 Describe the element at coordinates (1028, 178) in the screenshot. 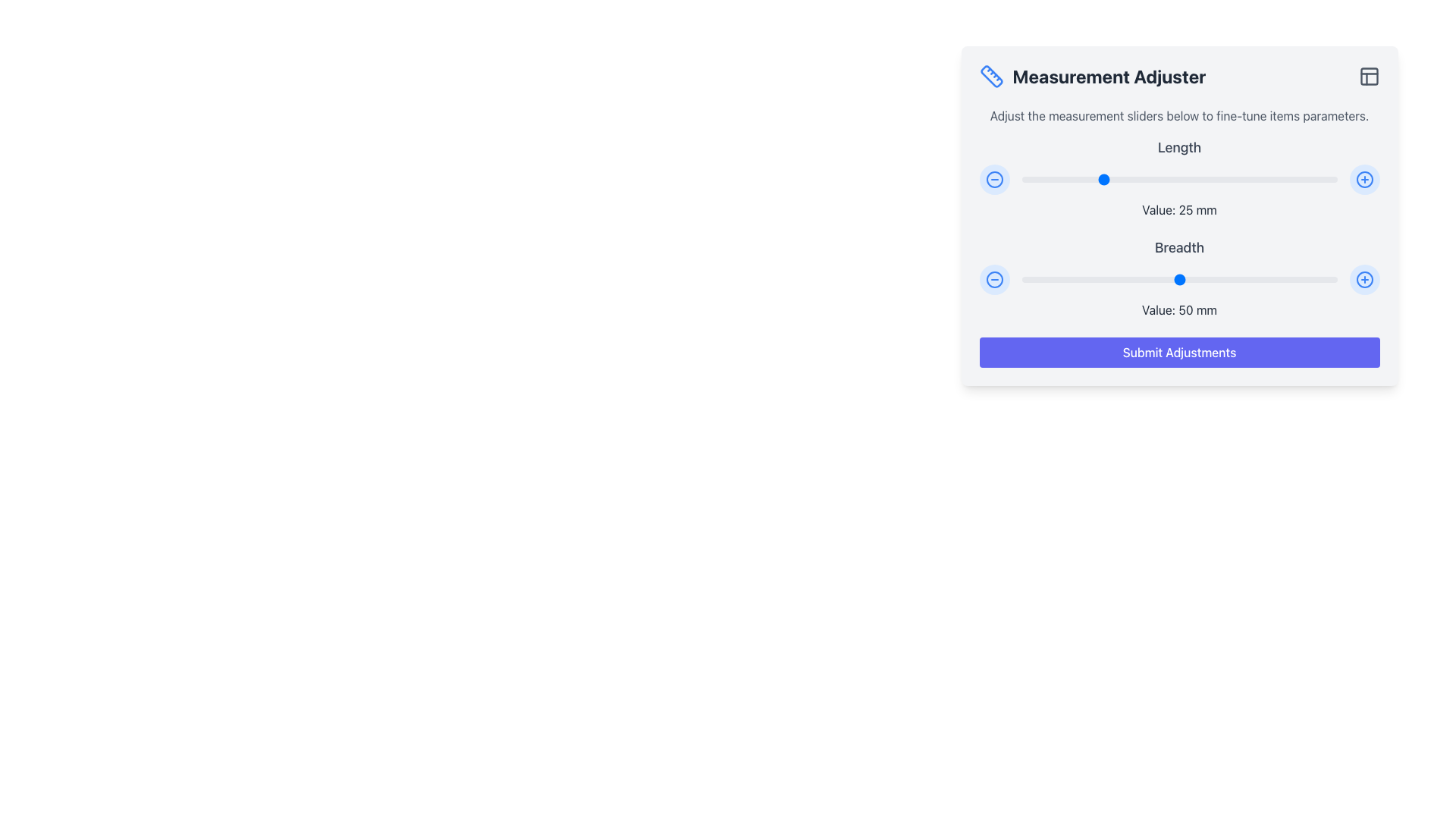

I see `the length adjustment slider` at that location.